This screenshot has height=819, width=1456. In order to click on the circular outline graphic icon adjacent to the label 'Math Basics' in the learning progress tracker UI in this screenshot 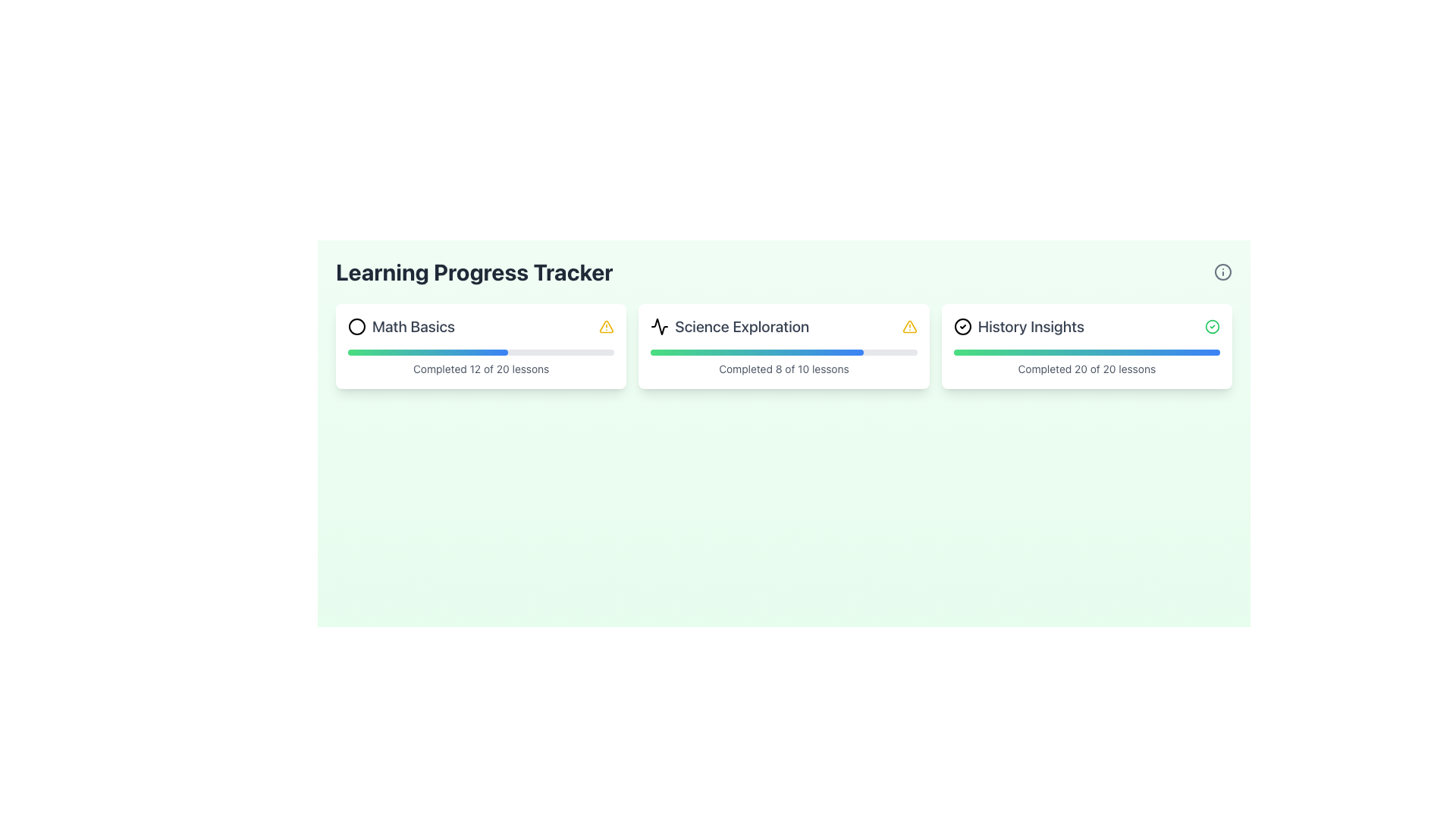, I will do `click(356, 326)`.